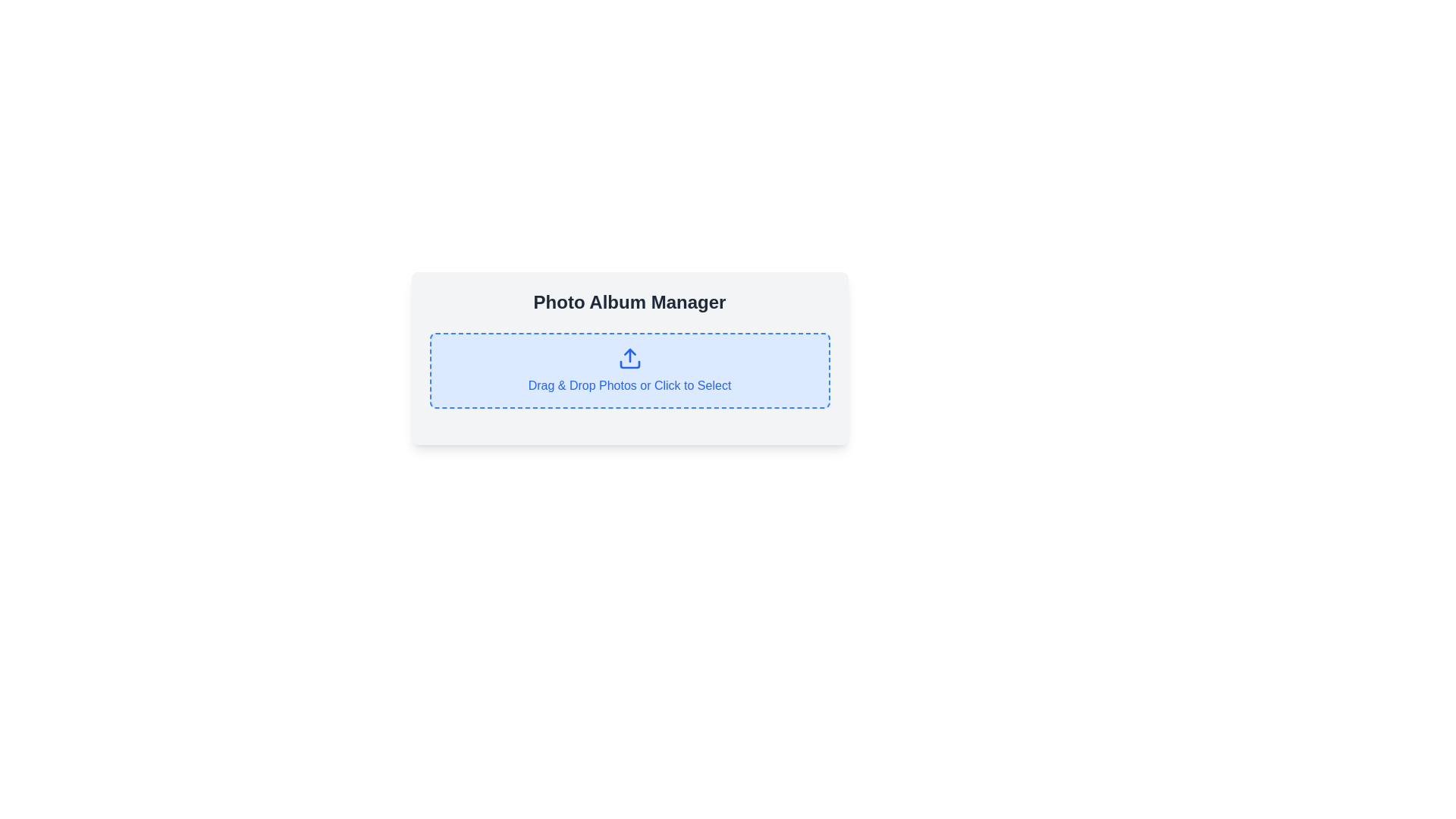 The image size is (1456, 819). Describe the element at coordinates (629, 359) in the screenshot. I see `the blue upload icon, which is represented by an arrow pointing upwards inside a tray-like symbol, to interact with the upload functionality` at that location.